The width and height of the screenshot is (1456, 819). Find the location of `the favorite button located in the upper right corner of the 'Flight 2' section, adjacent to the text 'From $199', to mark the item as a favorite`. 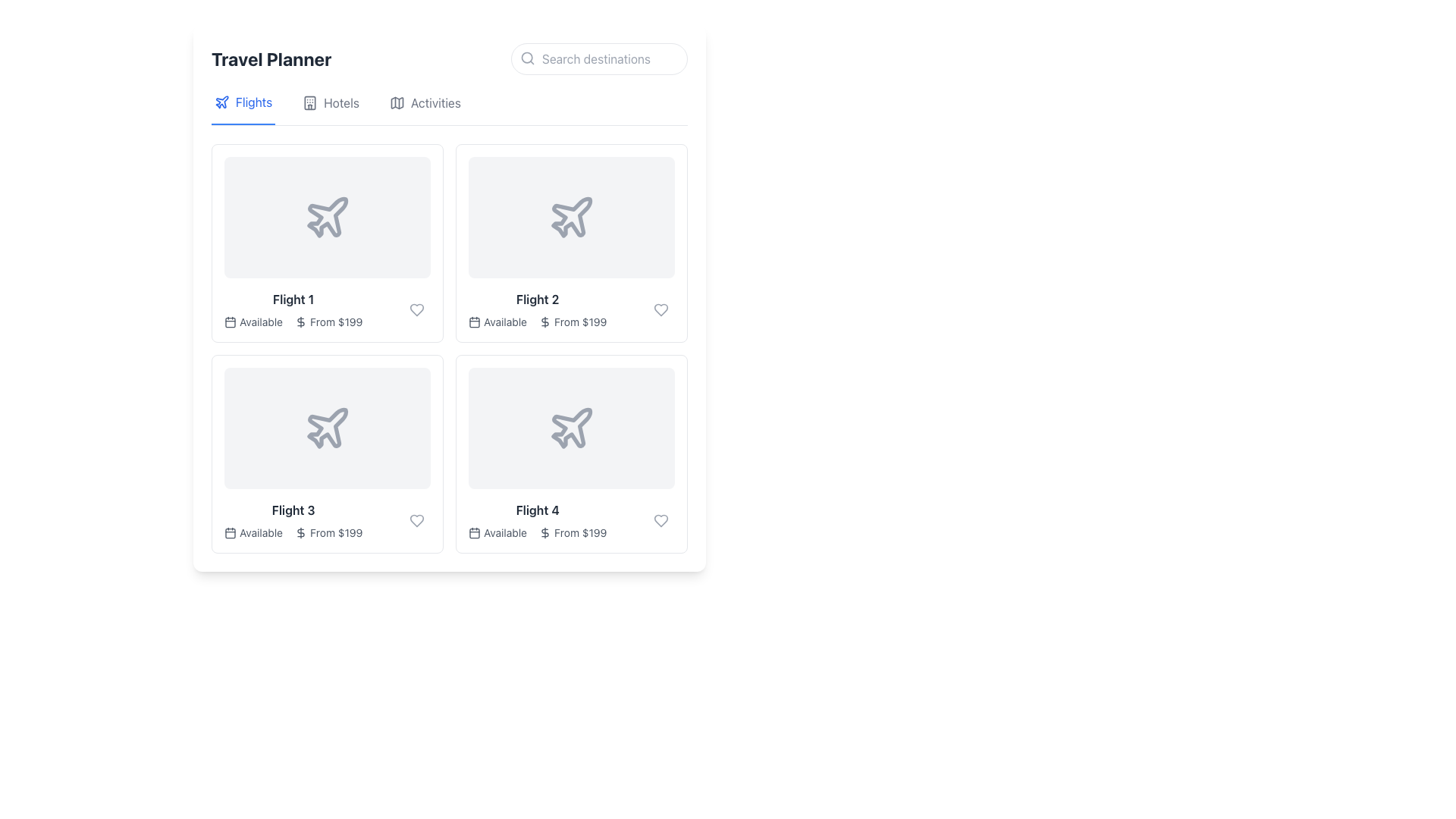

the favorite button located in the upper right corner of the 'Flight 2' section, adjacent to the text 'From $199', to mark the item as a favorite is located at coordinates (661, 309).